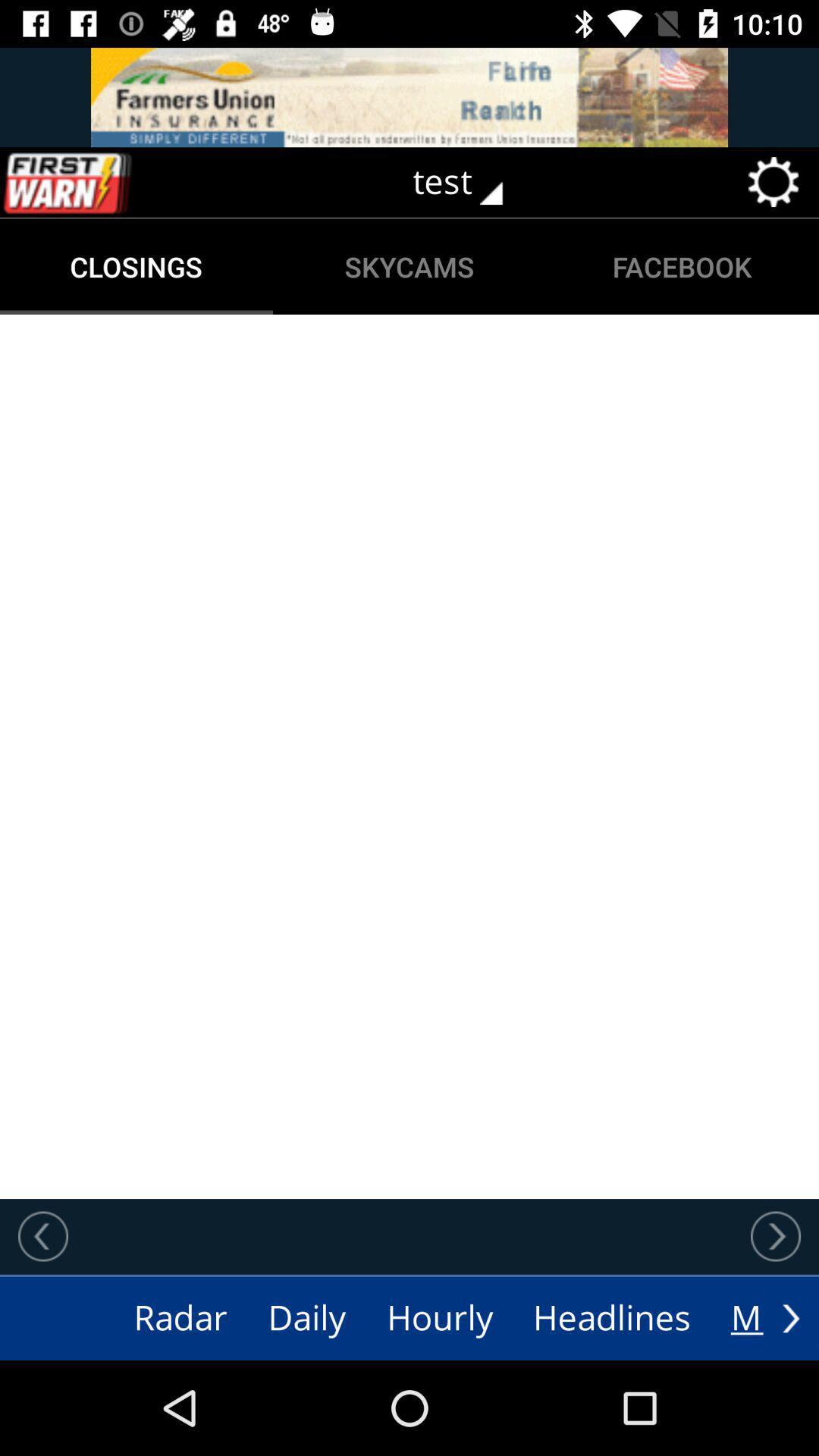 Image resolution: width=819 pixels, height=1456 pixels. Describe the element at coordinates (42, 1236) in the screenshot. I see `go back` at that location.